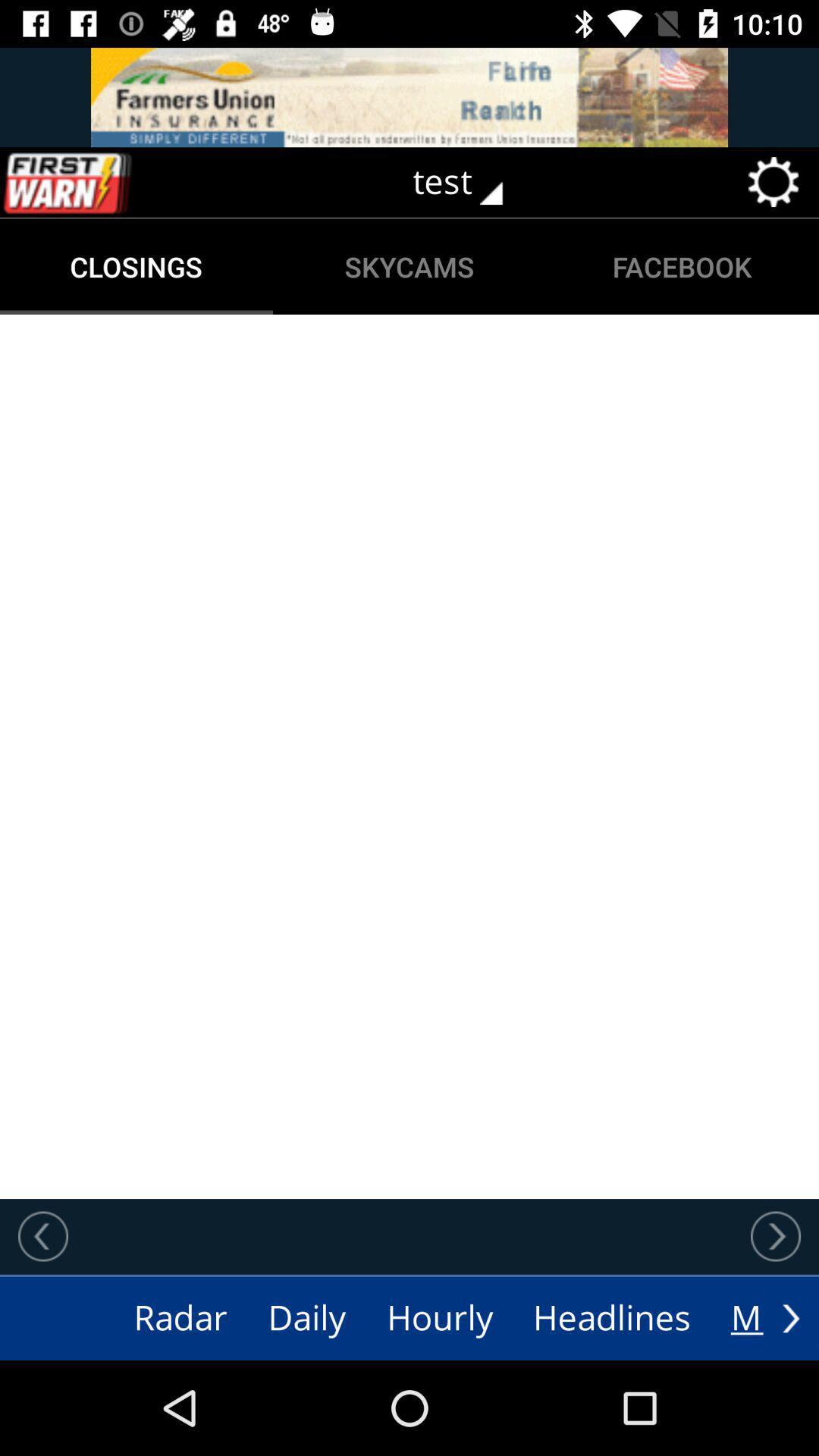 Image resolution: width=819 pixels, height=1456 pixels. Describe the element at coordinates (42, 1236) in the screenshot. I see `go back` at that location.